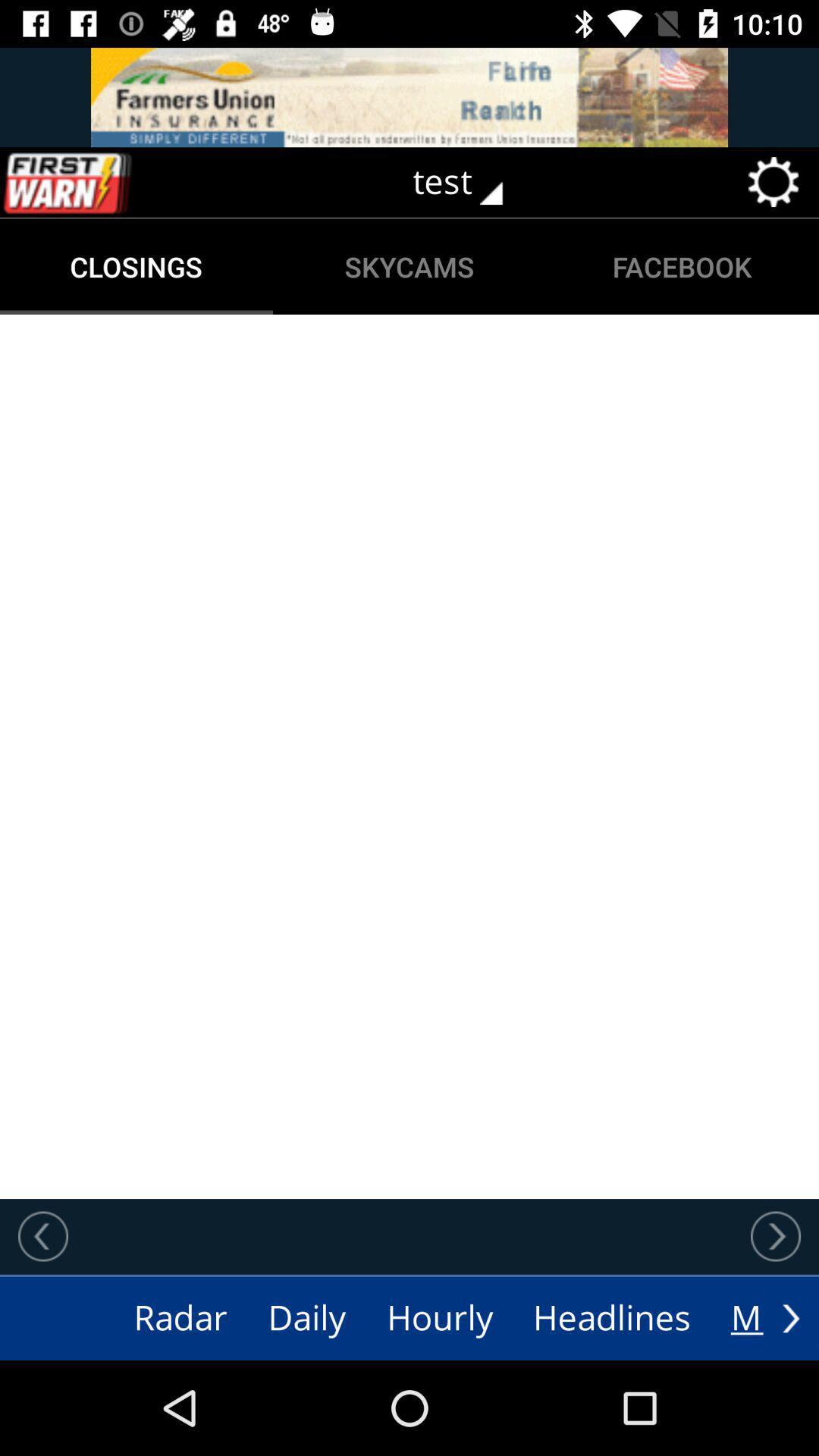 Image resolution: width=819 pixels, height=1456 pixels. Describe the element at coordinates (42, 1236) in the screenshot. I see `go back` at that location.